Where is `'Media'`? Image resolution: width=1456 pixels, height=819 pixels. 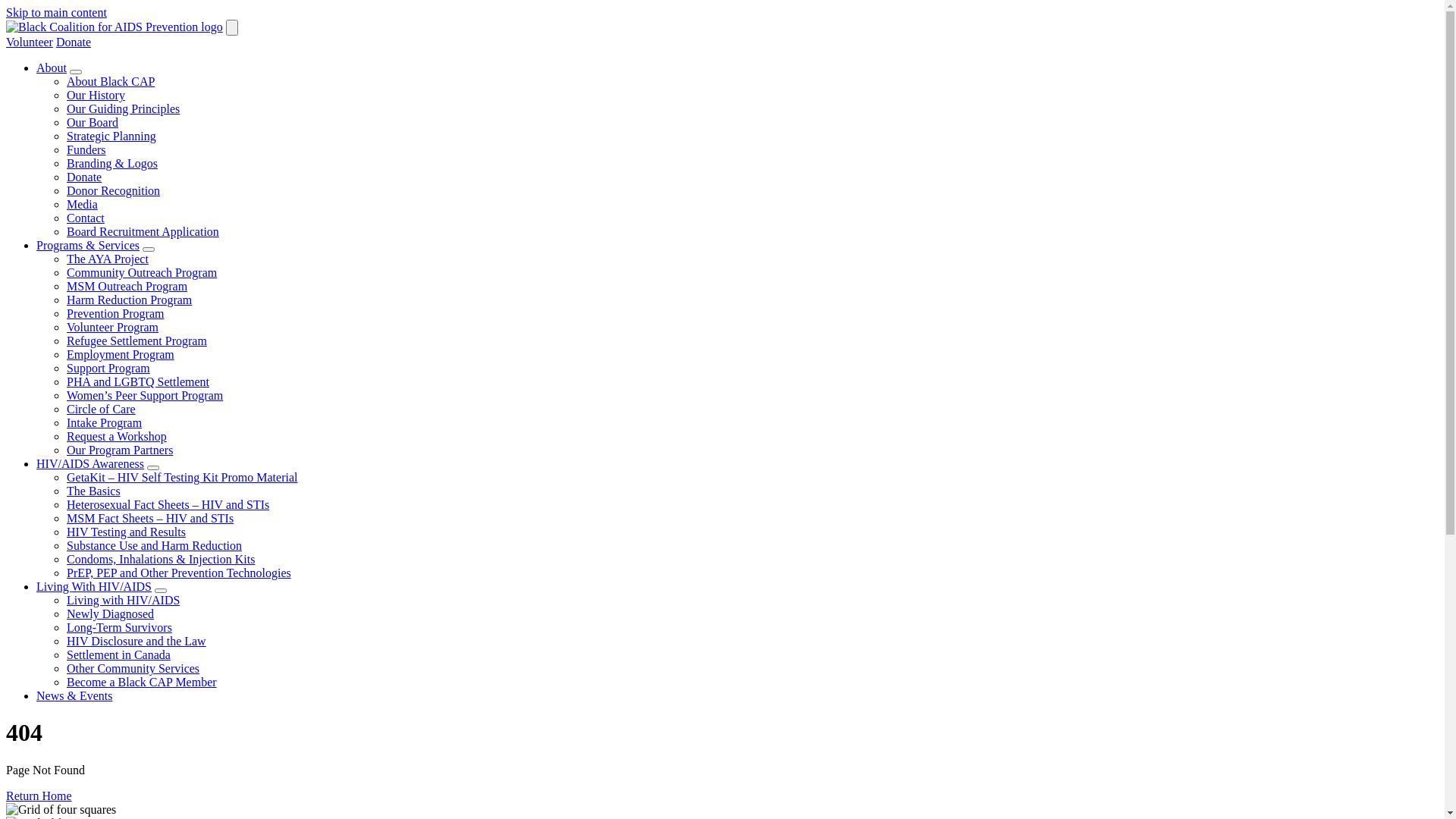
'Media' is located at coordinates (81, 203).